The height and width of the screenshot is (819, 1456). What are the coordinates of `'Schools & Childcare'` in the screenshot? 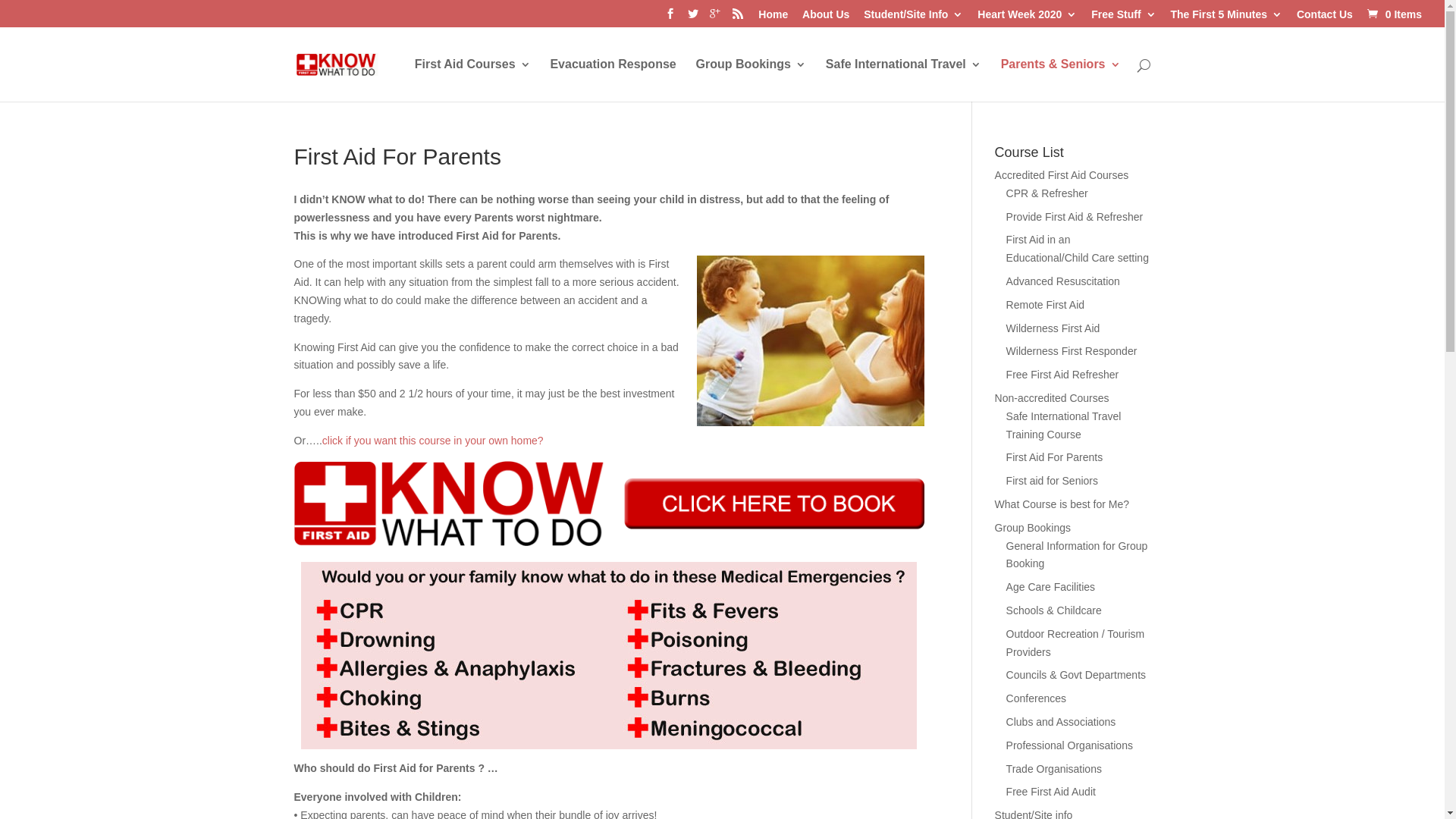 It's located at (1053, 610).